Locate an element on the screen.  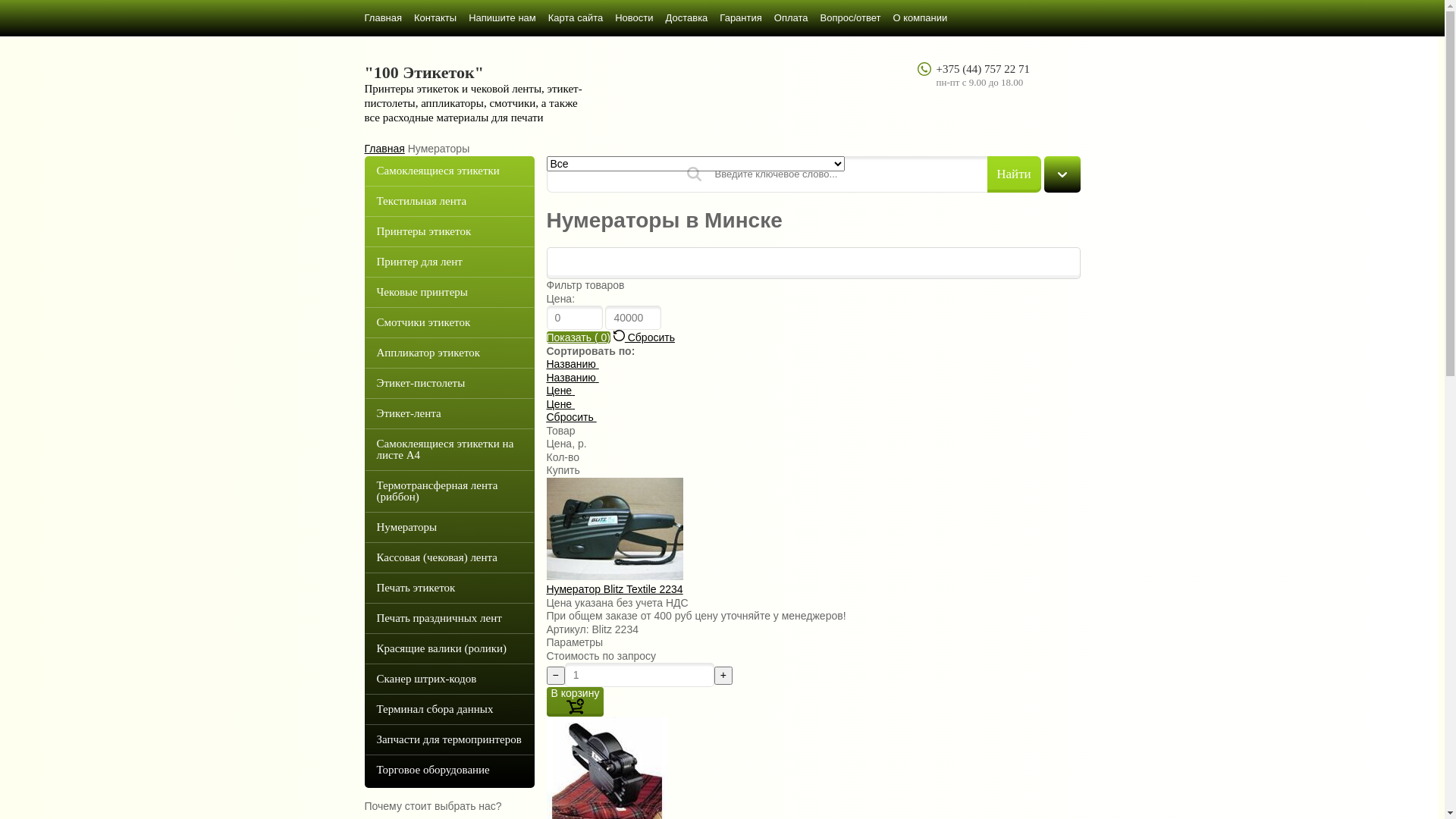
'+375 (44) 757 22 71' is located at coordinates (982, 69).